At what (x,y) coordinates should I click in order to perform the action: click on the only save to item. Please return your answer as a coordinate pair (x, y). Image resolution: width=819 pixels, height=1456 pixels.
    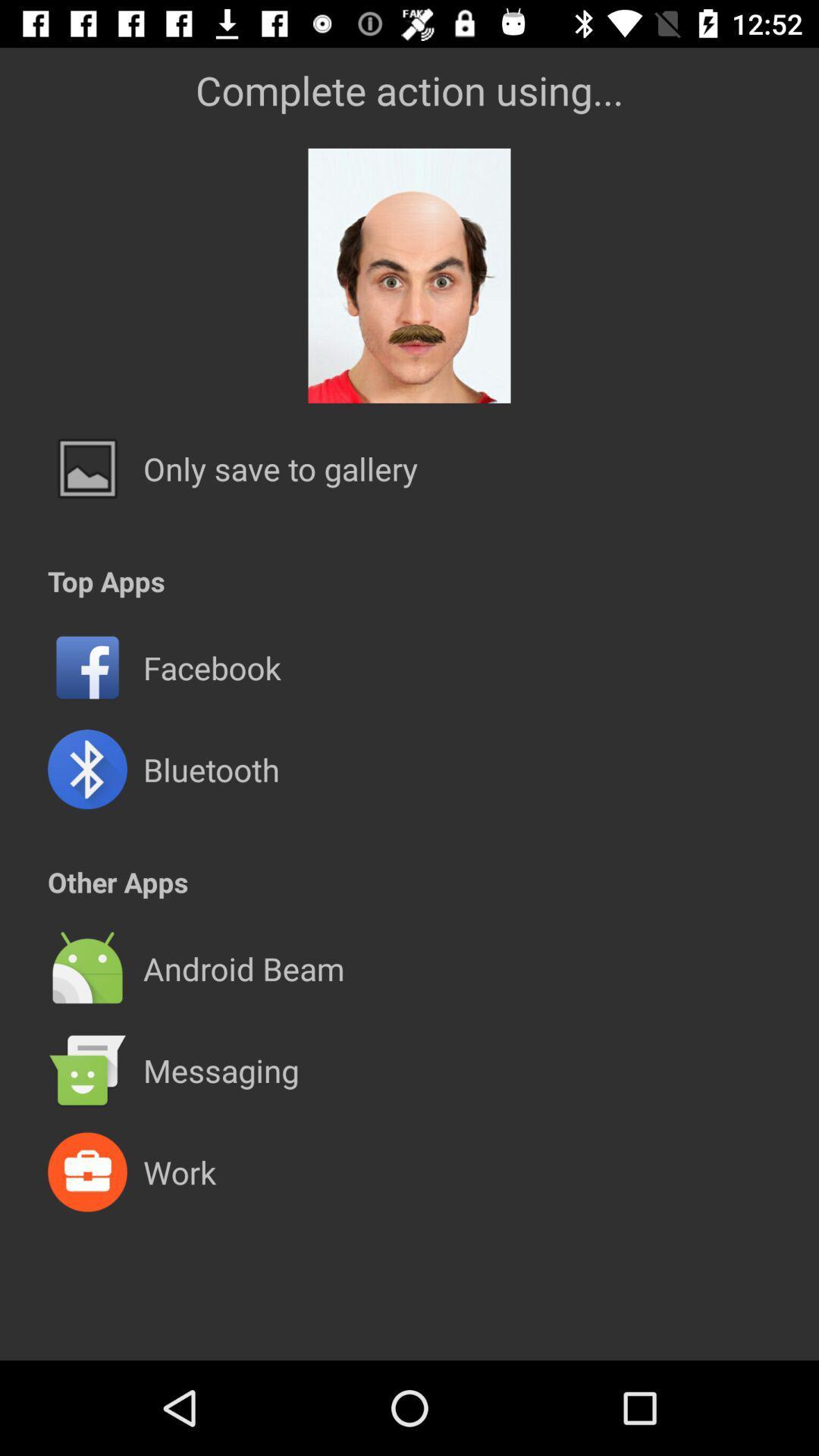
    Looking at the image, I should click on (281, 468).